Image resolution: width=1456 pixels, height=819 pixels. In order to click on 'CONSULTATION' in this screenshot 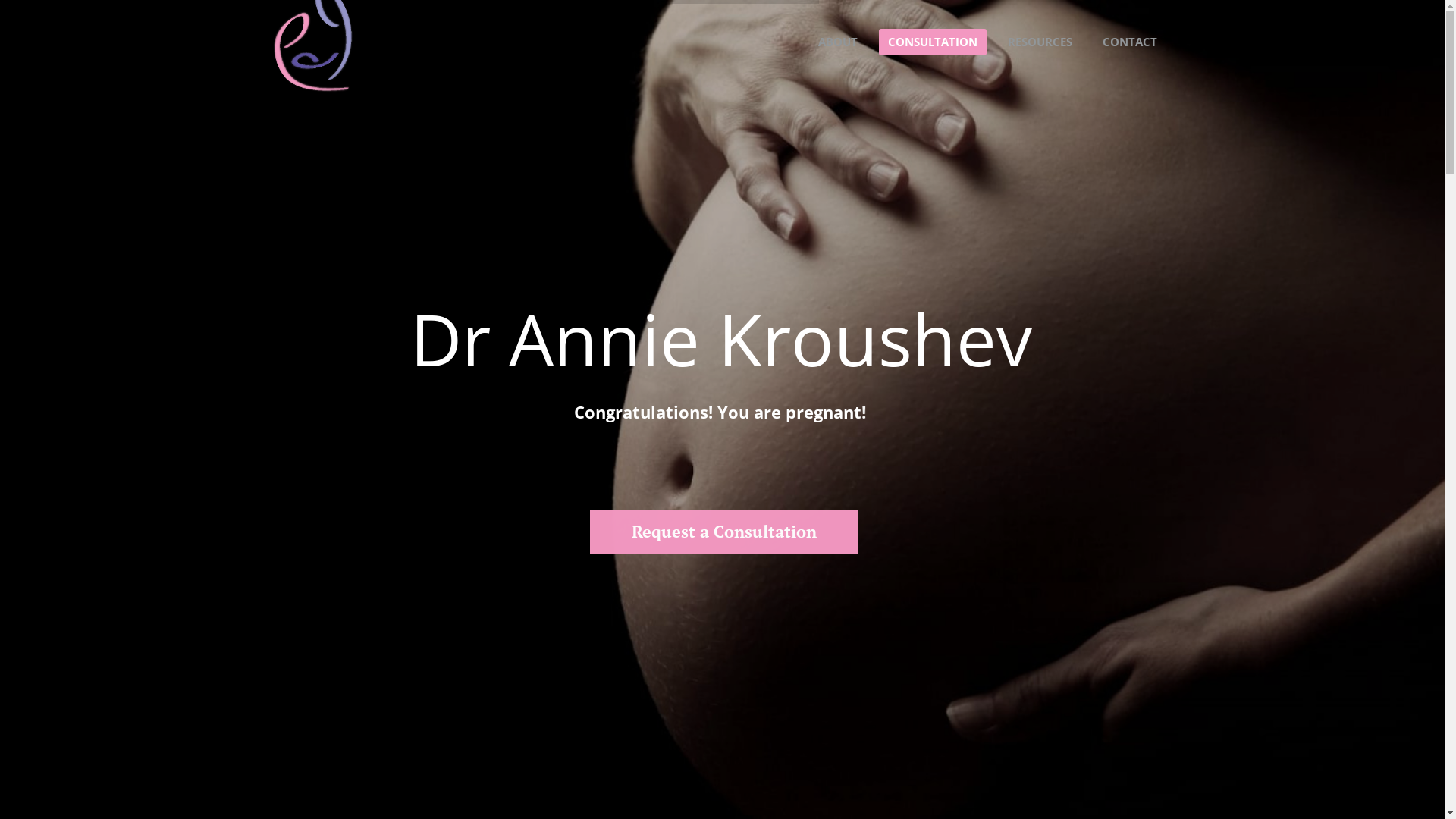, I will do `click(930, 41)`.